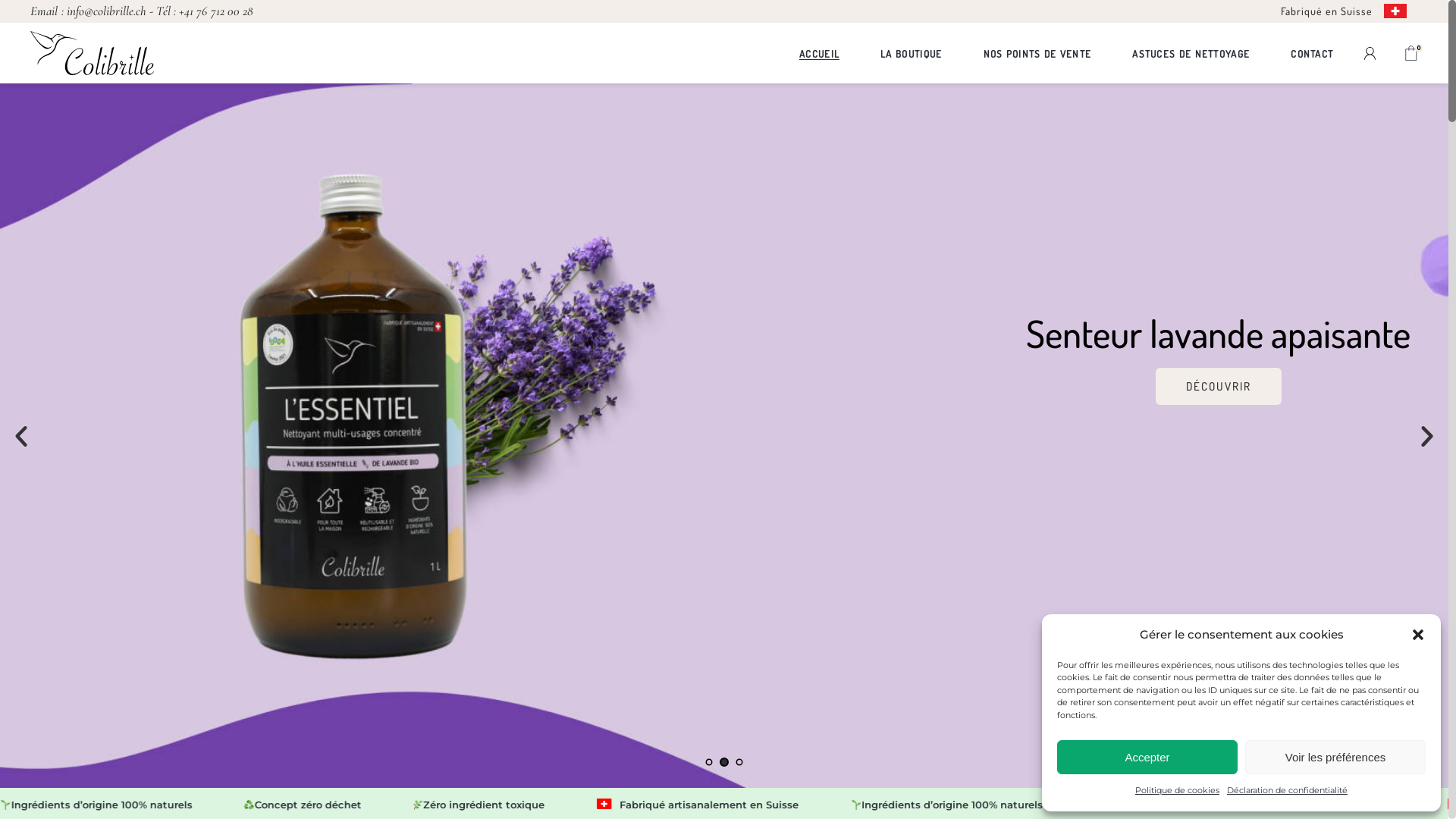  What do you see at coordinates (1310, 52) in the screenshot?
I see `'CONTACT'` at bounding box center [1310, 52].